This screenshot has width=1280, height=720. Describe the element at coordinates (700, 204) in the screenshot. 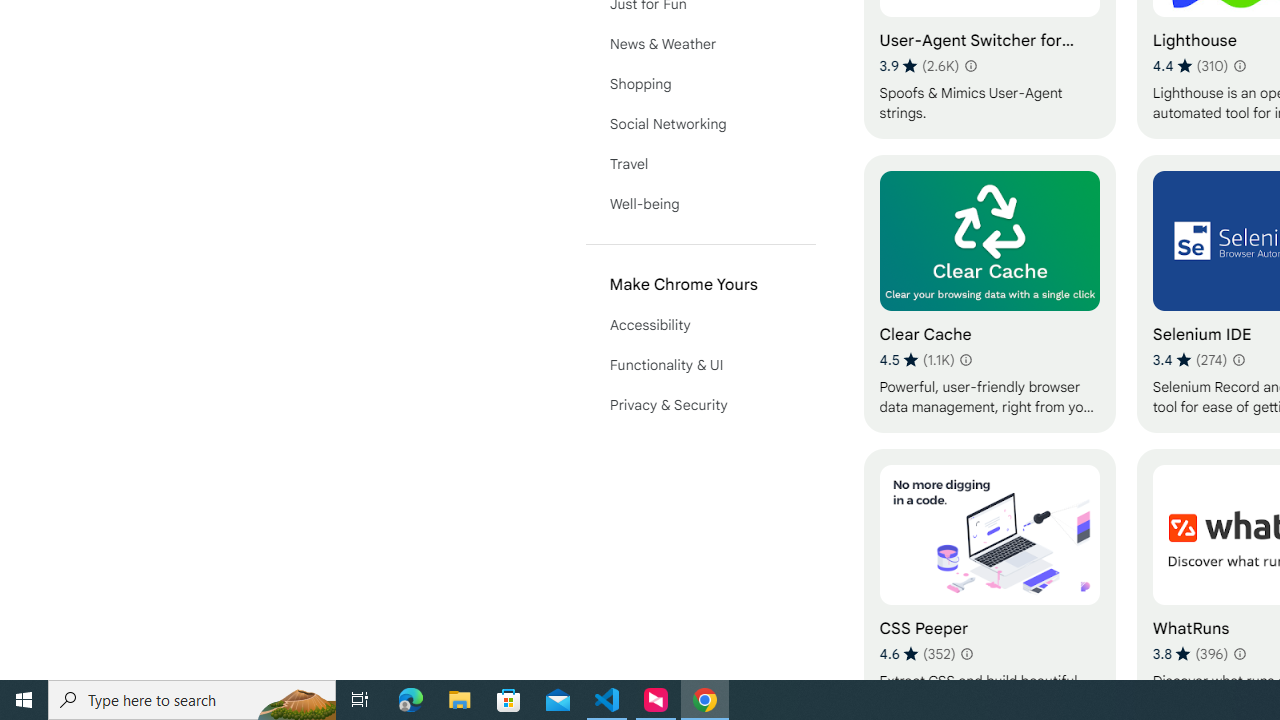

I see `'Well-being'` at that location.